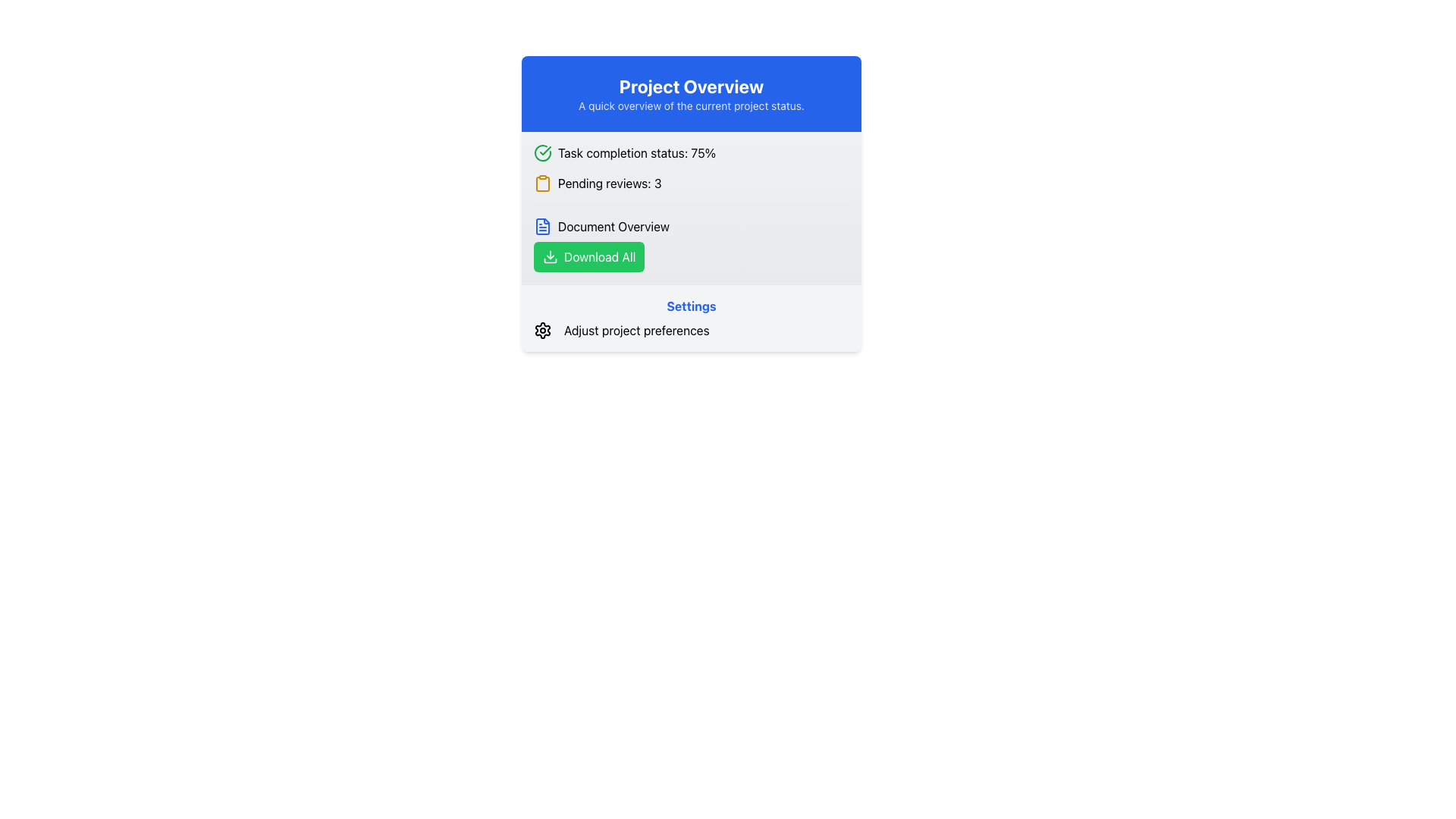 This screenshot has width=1456, height=819. I want to click on the informational text displaying 'Task completion status: 75%' which is aligned with a green checkmark icon to the left, so click(637, 152).